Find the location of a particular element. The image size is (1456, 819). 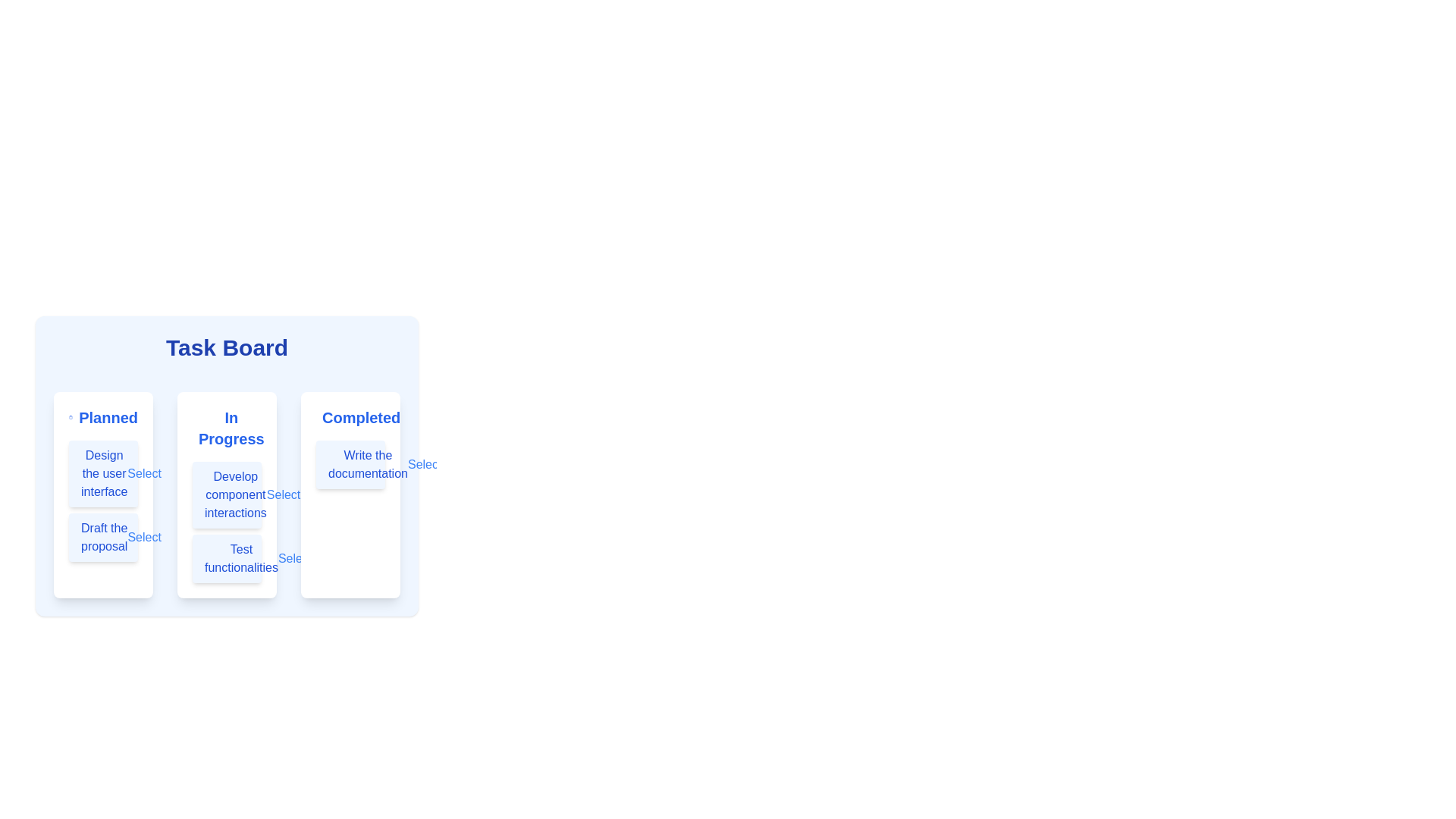

the Task card labeled 'Design the user interface' in the 'Planned' column is located at coordinates (102, 472).